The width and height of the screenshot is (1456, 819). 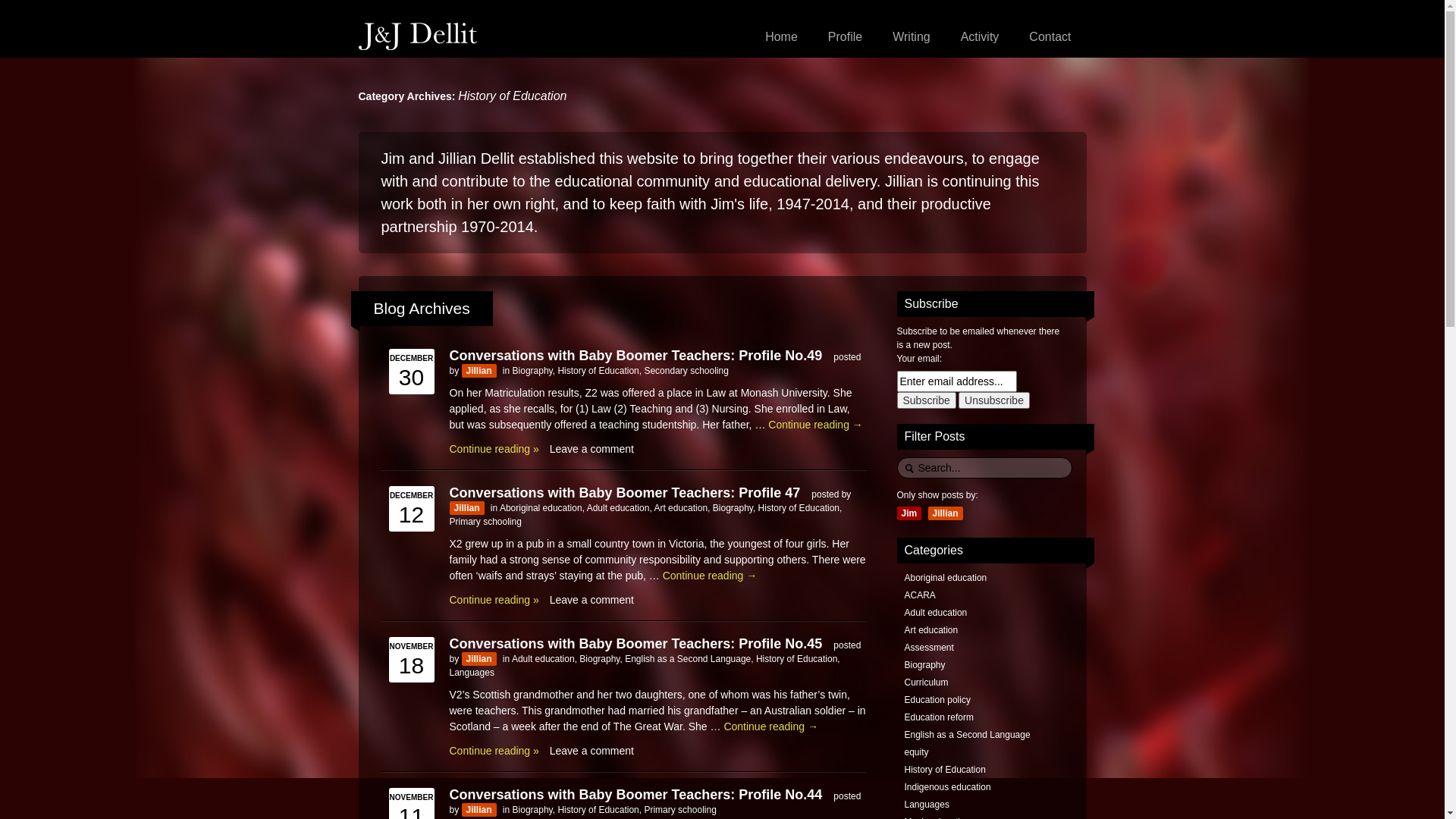 I want to click on 'Unsubscribe', so click(x=993, y=400).